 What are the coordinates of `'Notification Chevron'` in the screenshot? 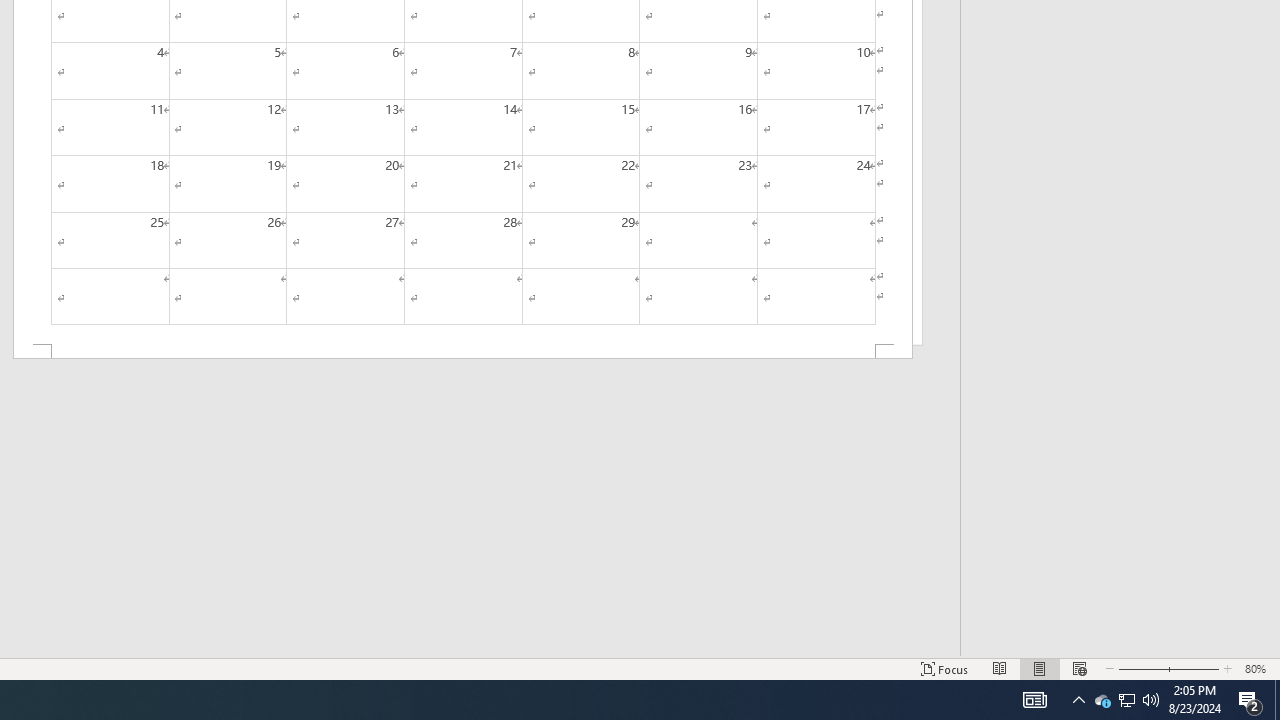 It's located at (1078, 698).